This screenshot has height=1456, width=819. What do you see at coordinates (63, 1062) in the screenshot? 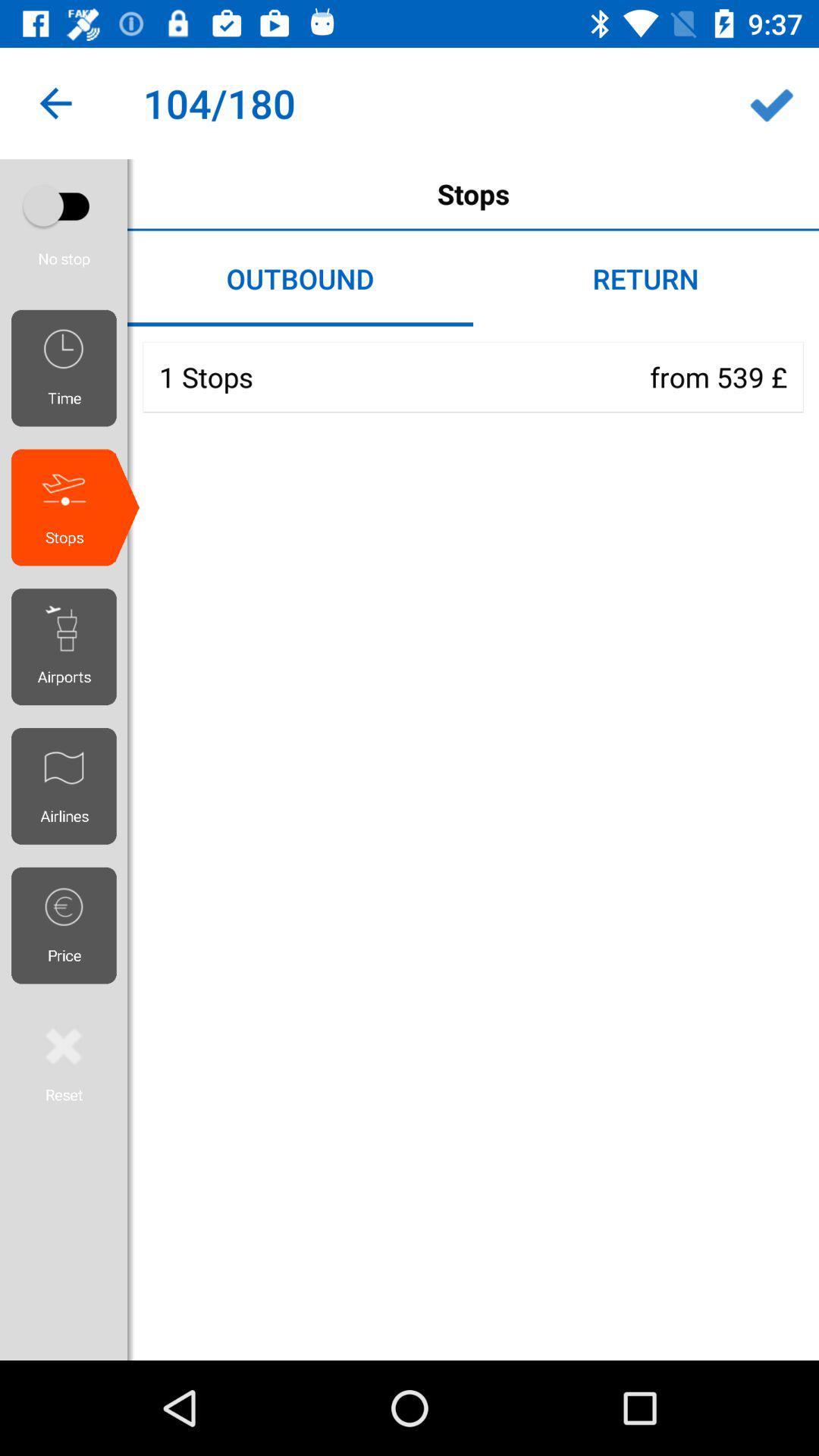
I see `this button cancels the current travel search` at bounding box center [63, 1062].